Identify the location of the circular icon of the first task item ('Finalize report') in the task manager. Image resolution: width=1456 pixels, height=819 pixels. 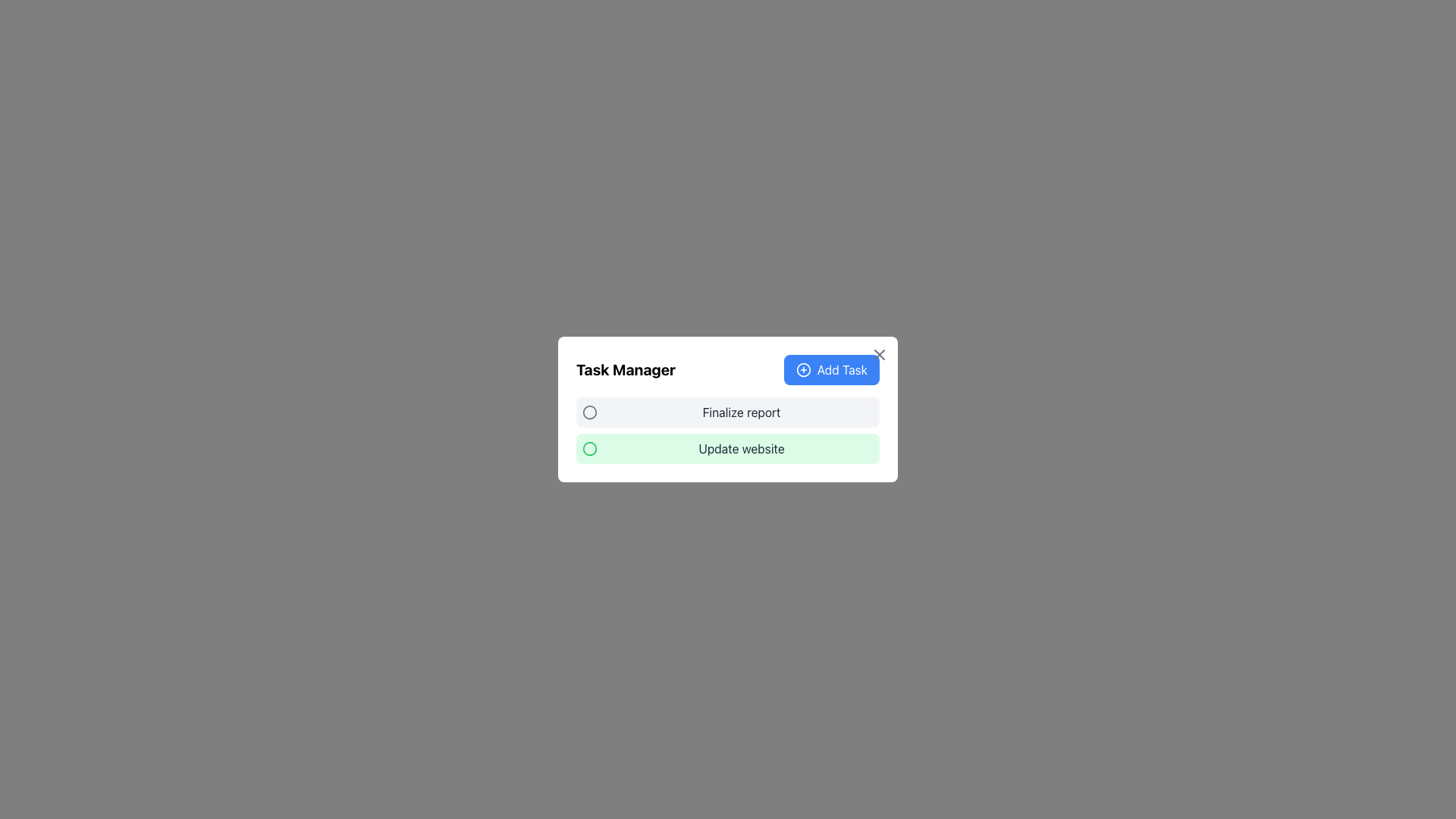
(728, 412).